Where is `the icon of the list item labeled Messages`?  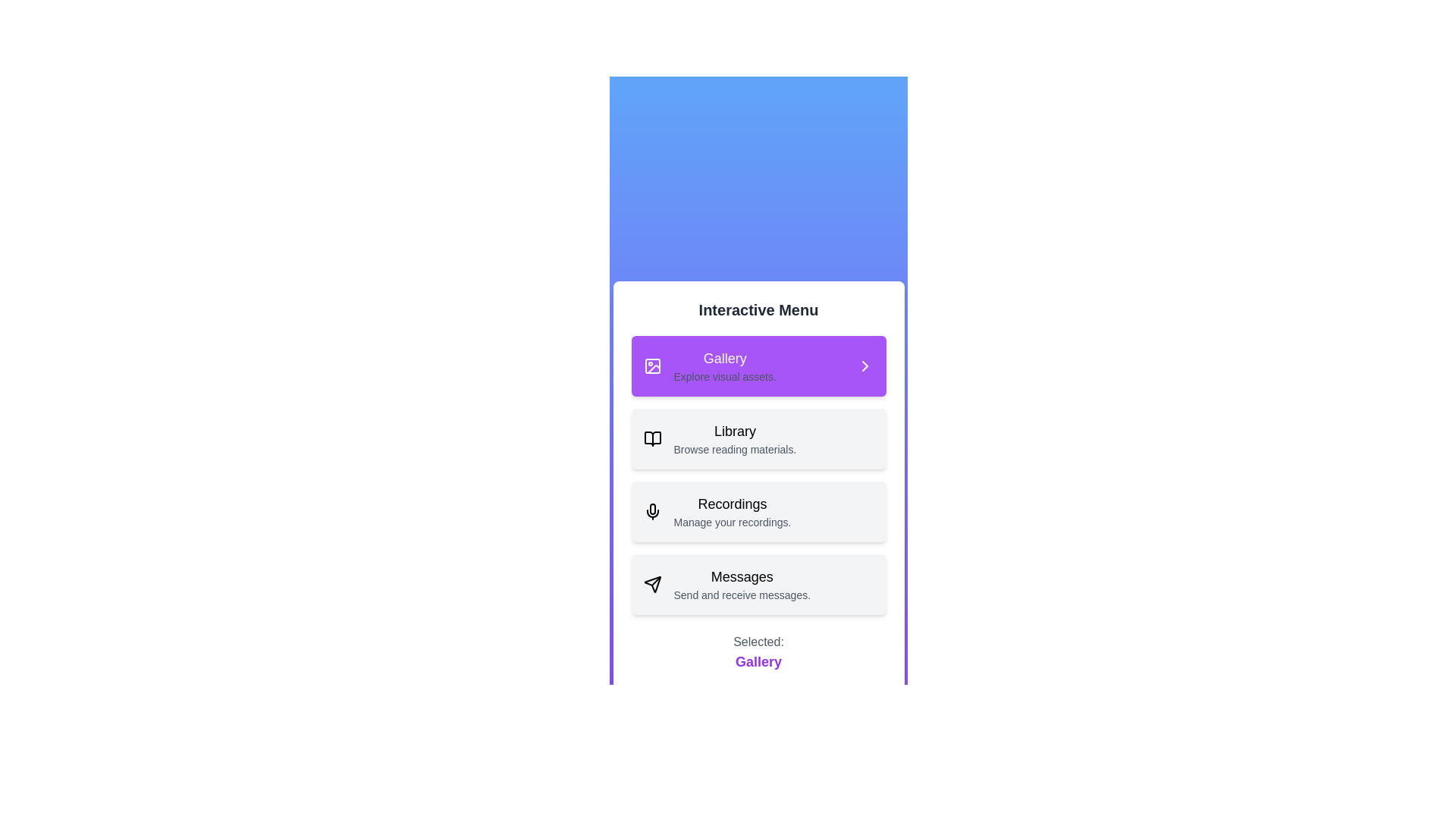
the icon of the list item labeled Messages is located at coordinates (652, 584).